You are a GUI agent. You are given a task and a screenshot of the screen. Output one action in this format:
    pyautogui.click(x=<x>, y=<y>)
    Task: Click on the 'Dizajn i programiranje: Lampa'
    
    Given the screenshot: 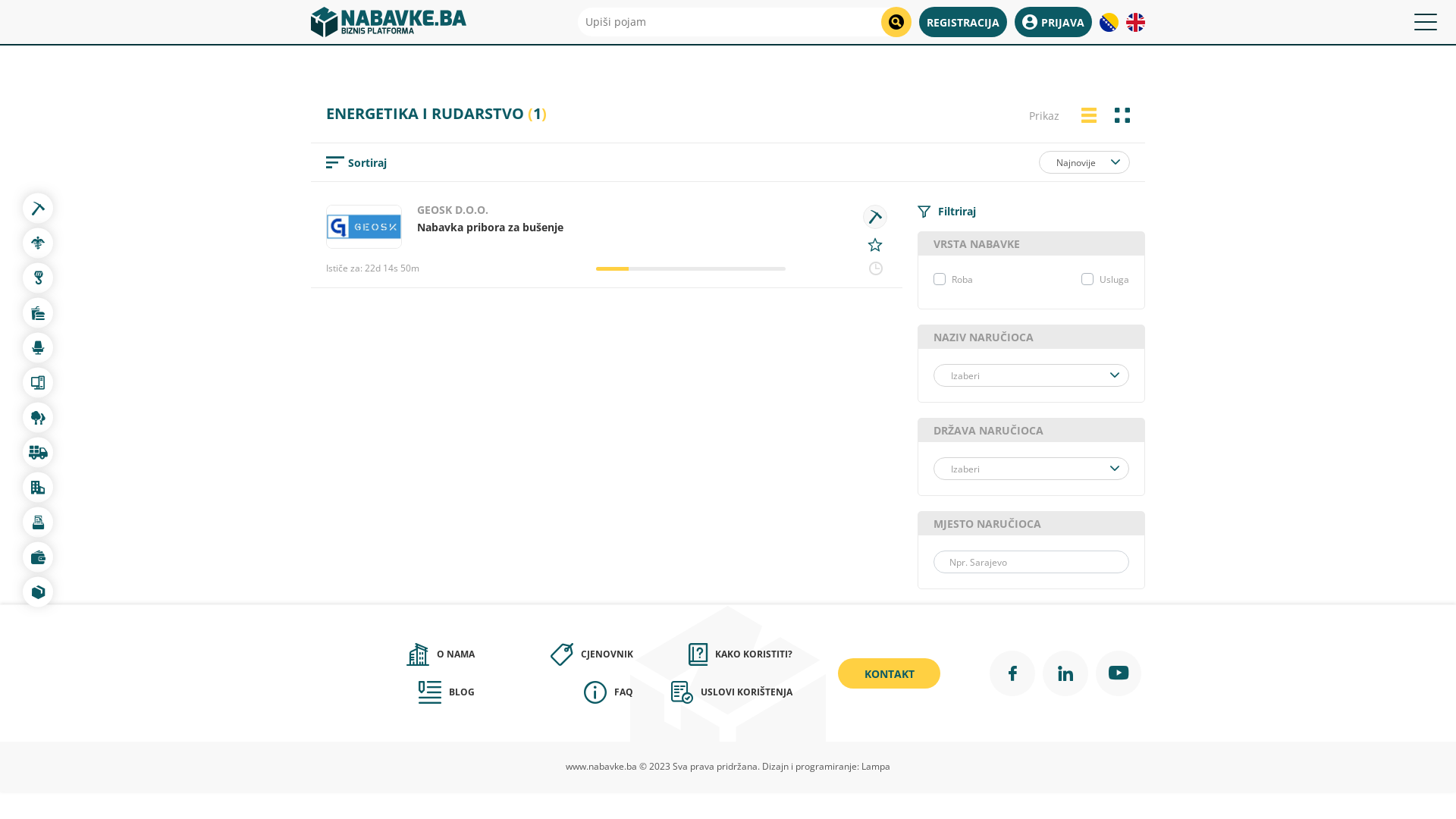 What is the action you would take?
    pyautogui.click(x=825, y=766)
    